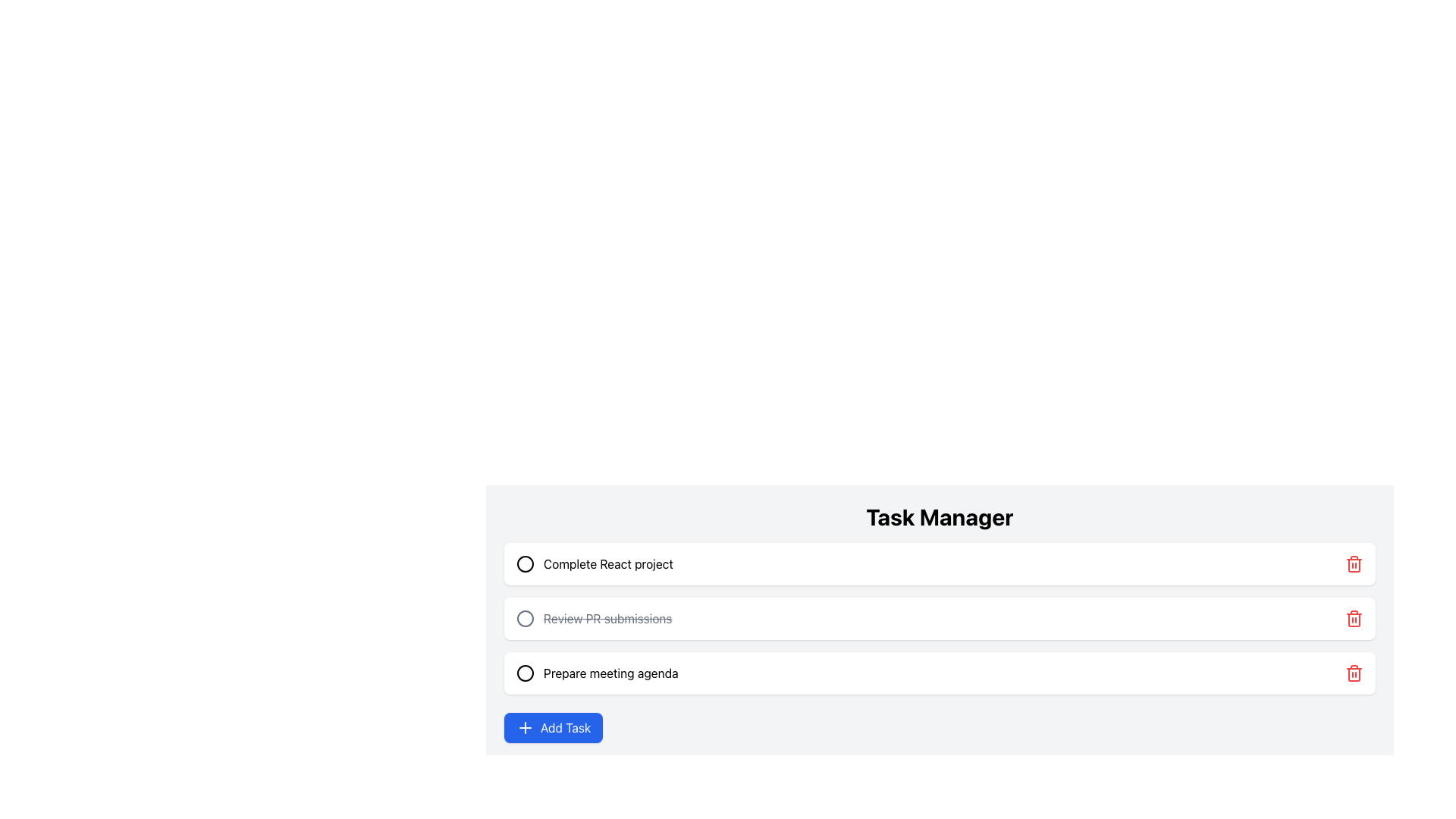  I want to click on the second task item in the vertically stacked list, which contains an unselected circular checkbox and the text 'Review PR submissions' with a line-through effect, to focus on it, so click(593, 619).